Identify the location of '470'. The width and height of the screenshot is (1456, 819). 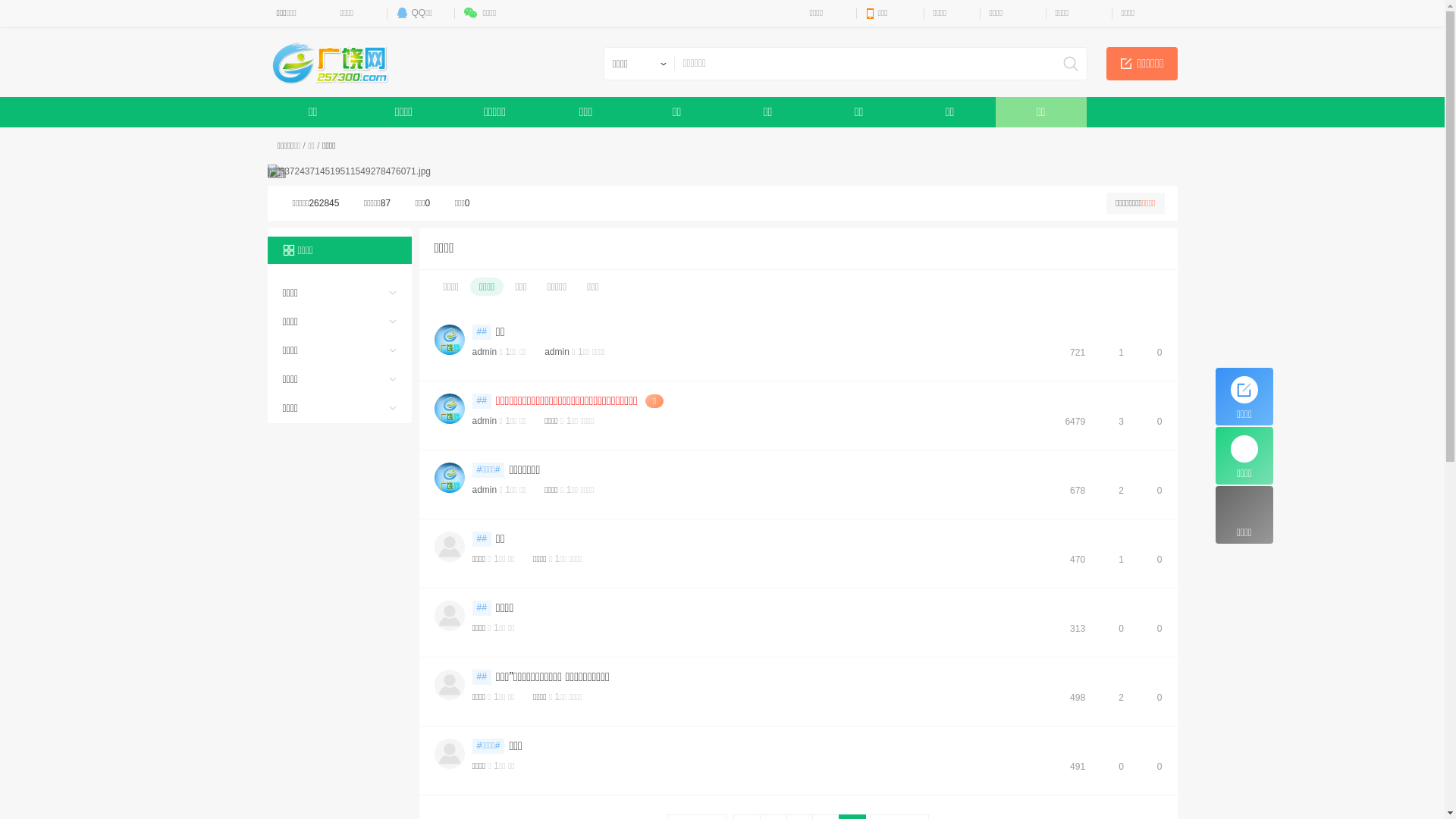
(1069, 559).